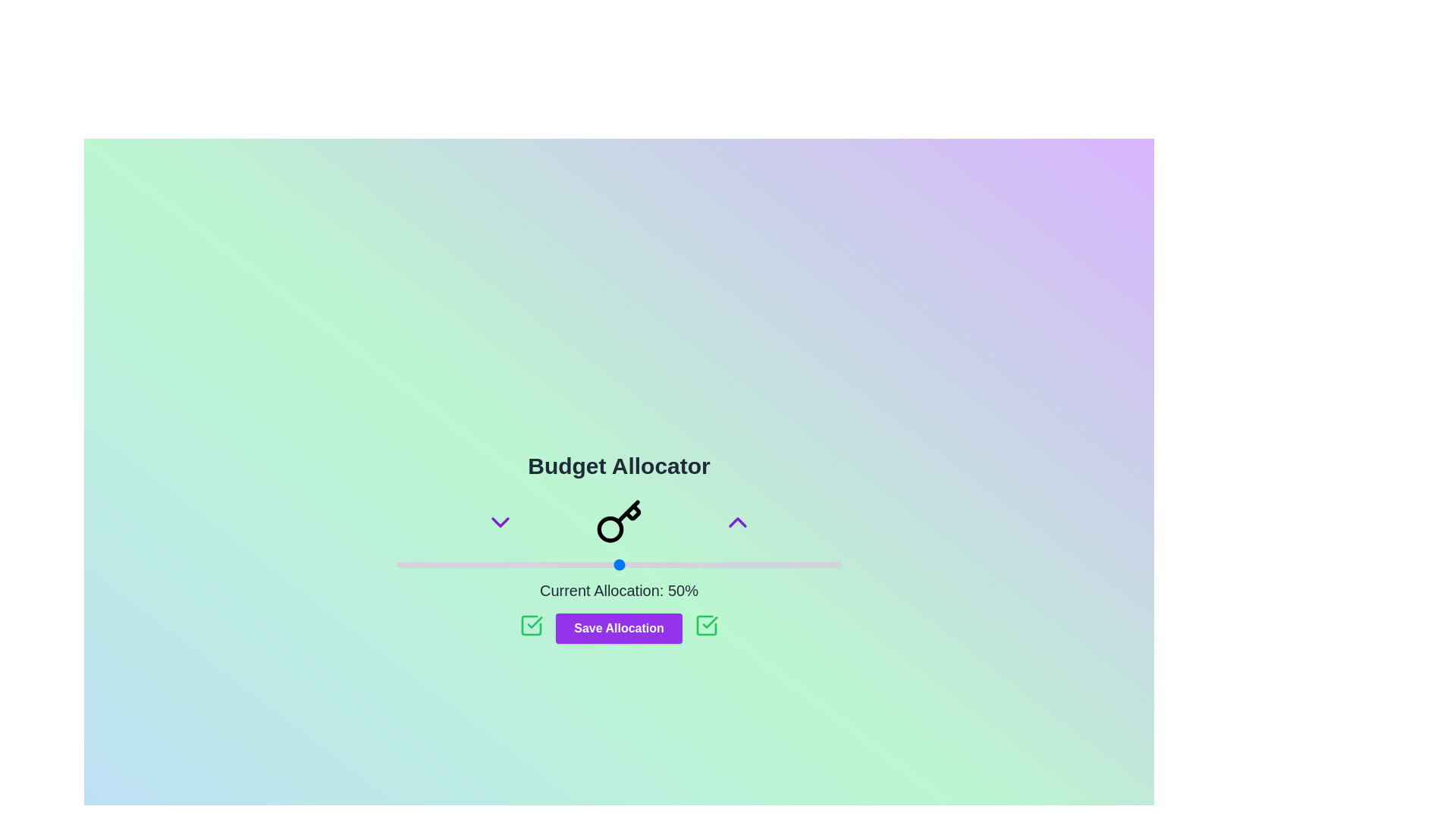  What do you see at coordinates (564, 564) in the screenshot?
I see `the slider to set the budget to 38%` at bounding box center [564, 564].